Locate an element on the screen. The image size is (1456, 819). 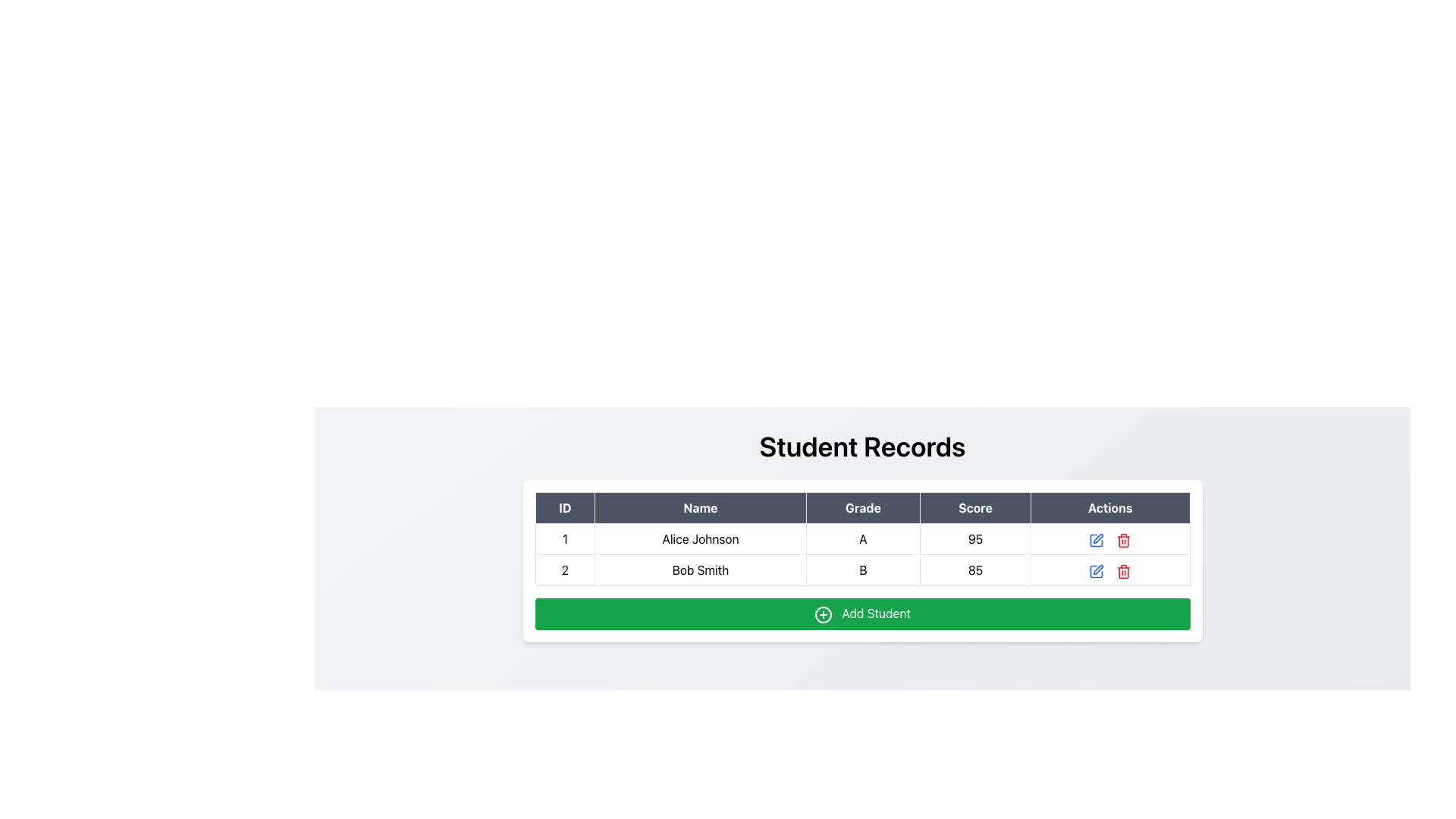
the first cell in the first row of the table displaying the number '1' in bold black font is located at coordinates (564, 538).